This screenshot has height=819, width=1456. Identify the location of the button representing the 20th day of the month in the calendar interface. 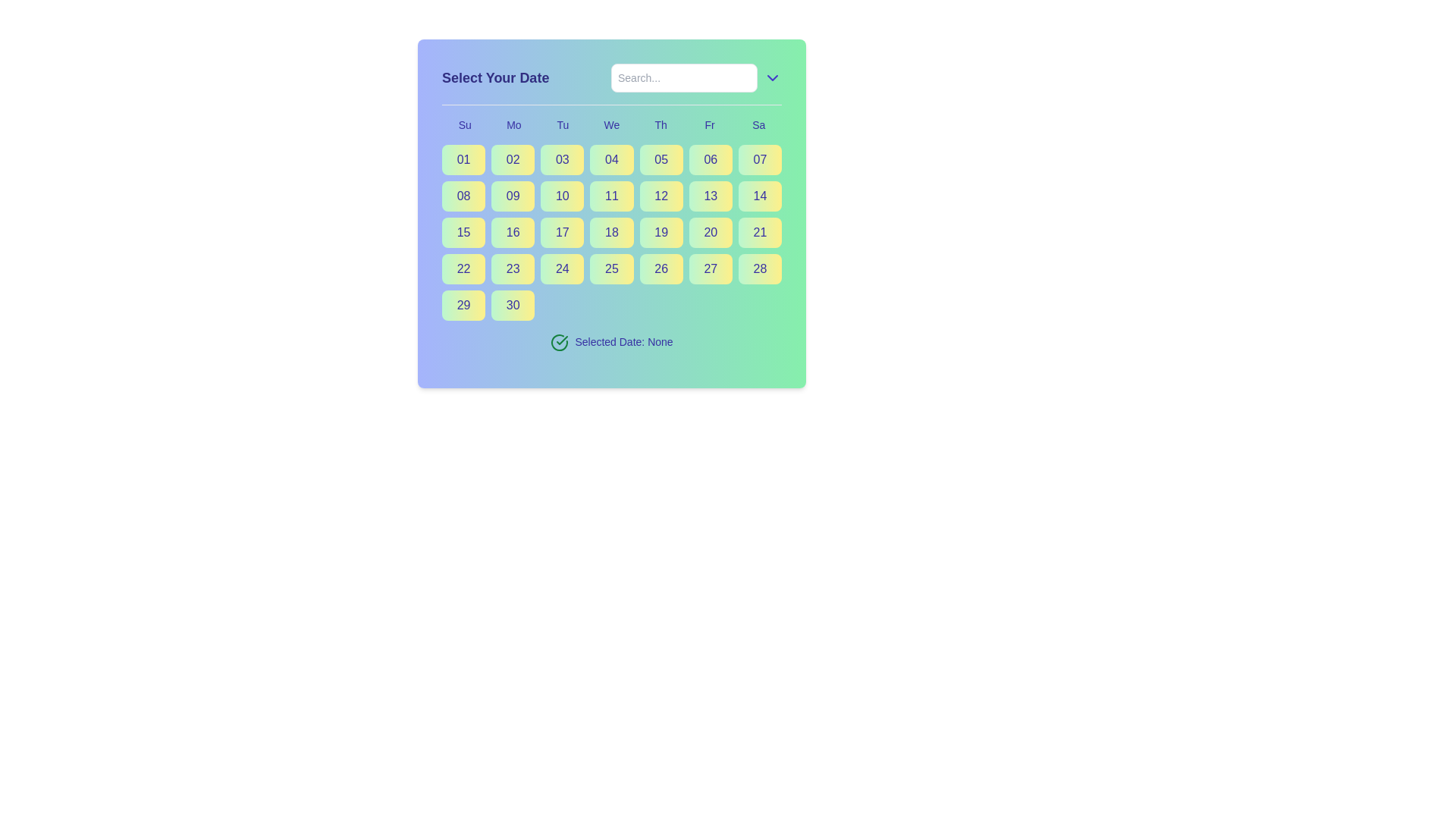
(709, 233).